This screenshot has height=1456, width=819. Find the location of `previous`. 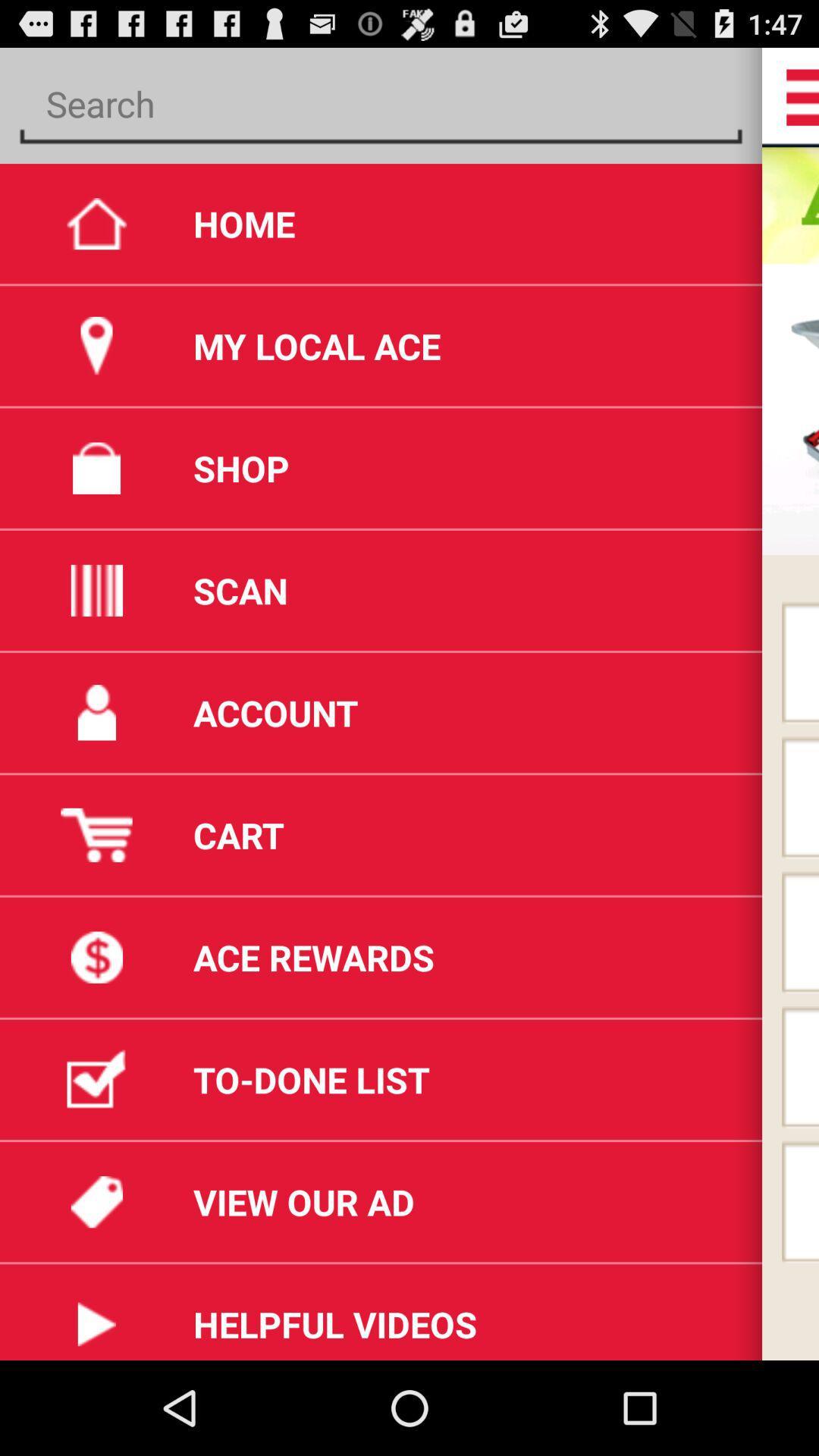

previous is located at coordinates (380, 105).